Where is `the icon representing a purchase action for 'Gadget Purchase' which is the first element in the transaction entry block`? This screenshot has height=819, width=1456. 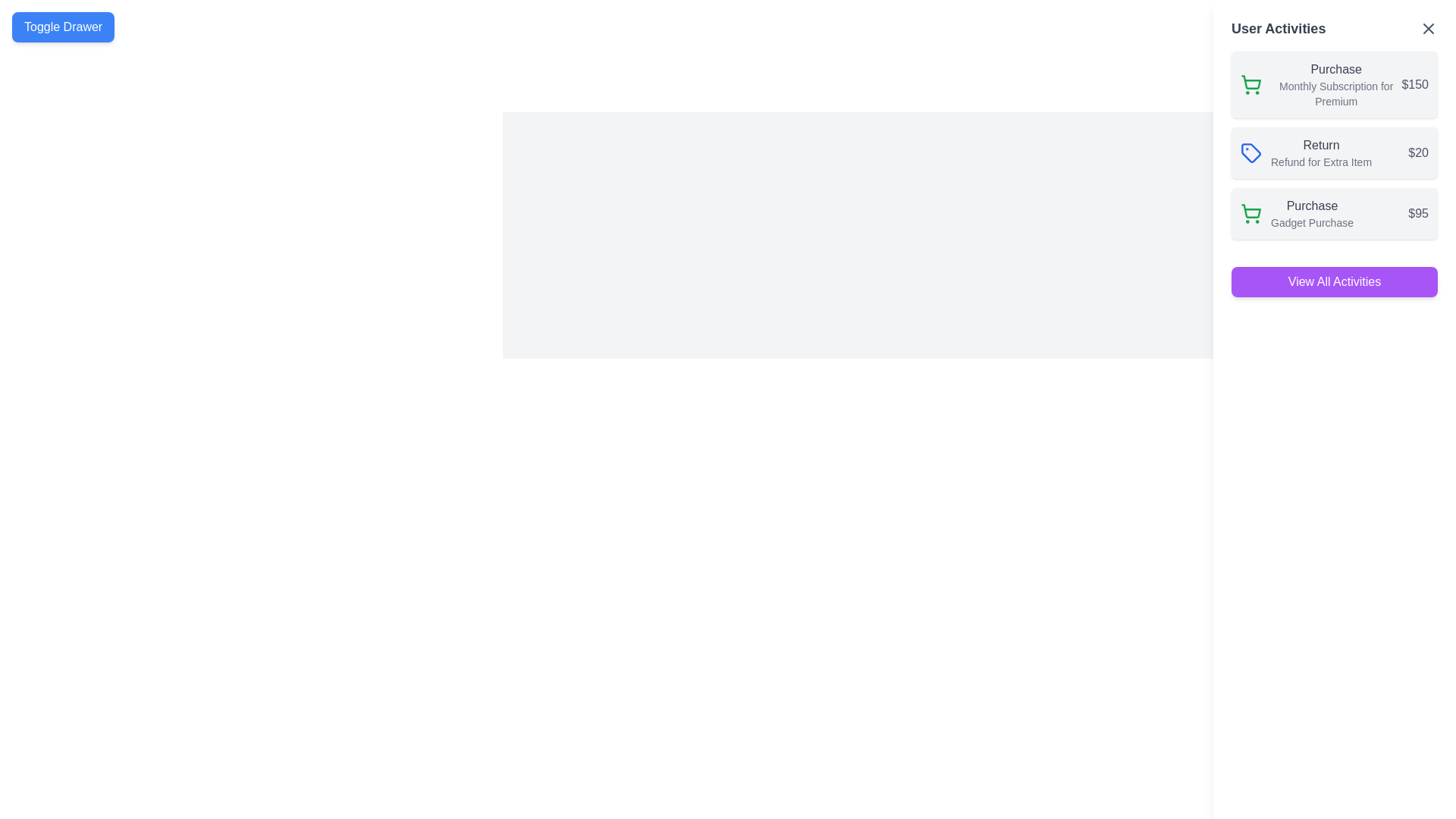 the icon representing a purchase action for 'Gadget Purchase' which is the first element in the transaction entry block is located at coordinates (1251, 213).